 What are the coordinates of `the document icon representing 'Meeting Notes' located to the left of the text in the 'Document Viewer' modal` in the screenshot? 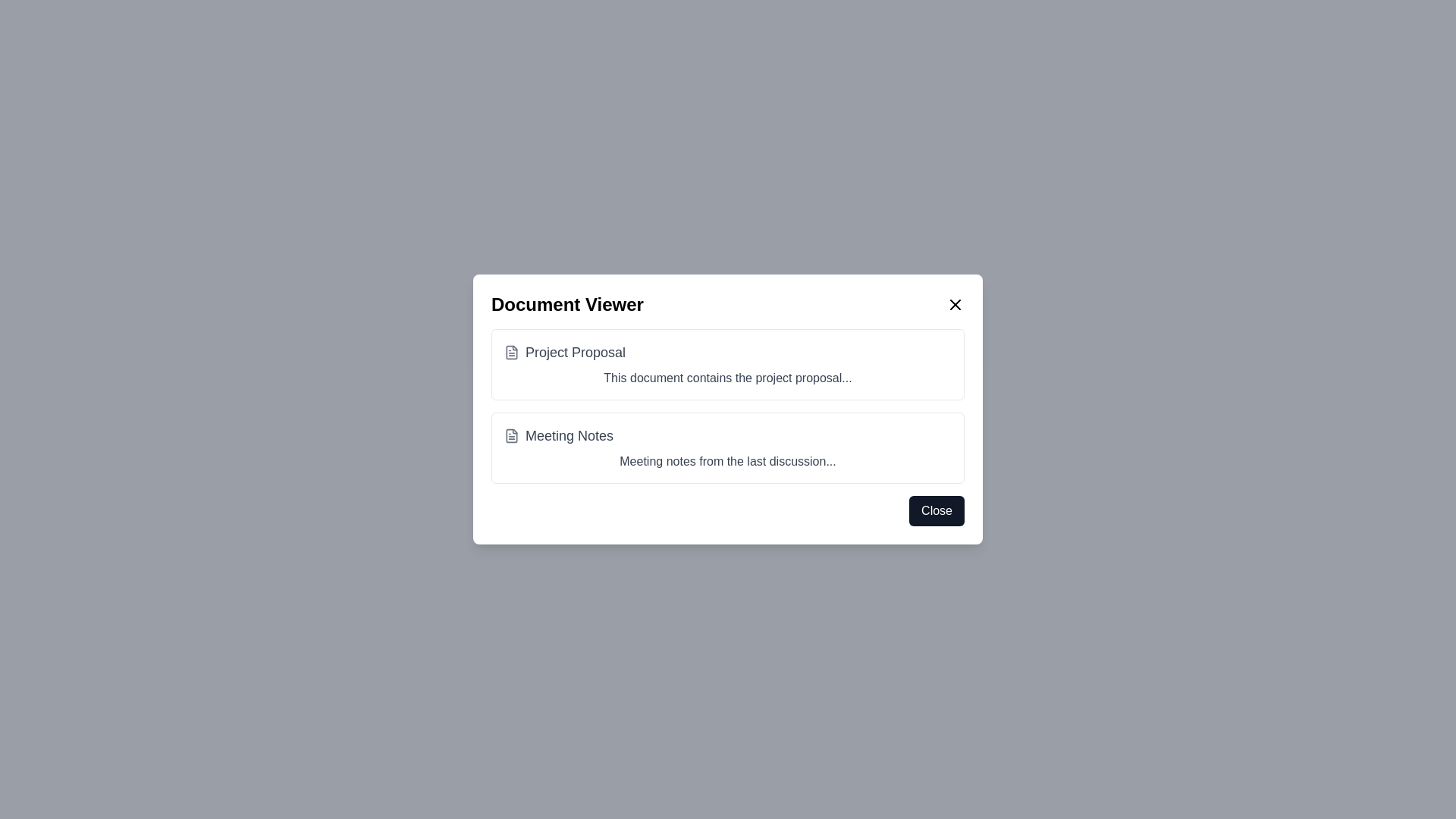 It's located at (512, 435).